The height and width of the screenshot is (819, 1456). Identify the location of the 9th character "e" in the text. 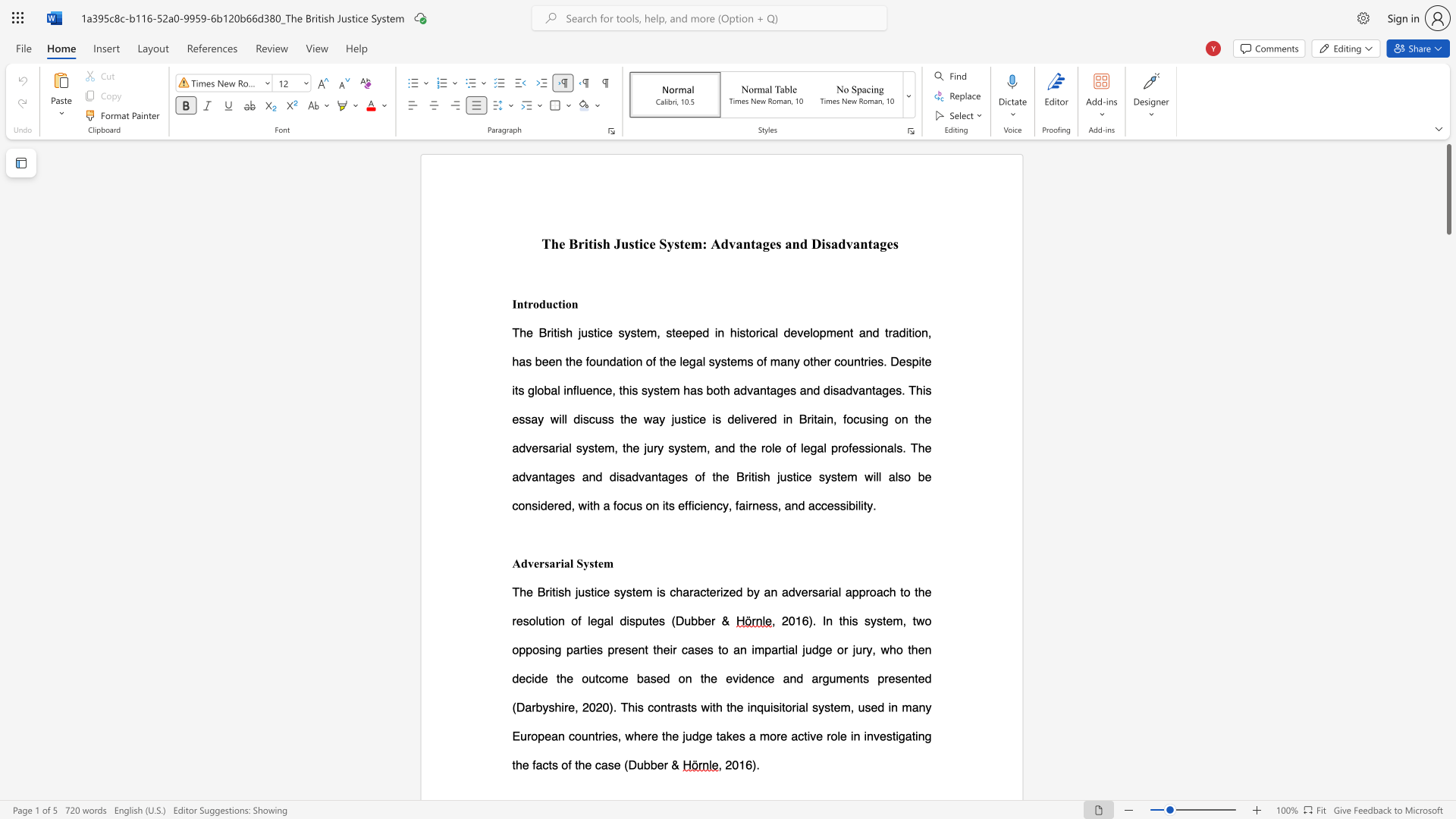
(593, 620).